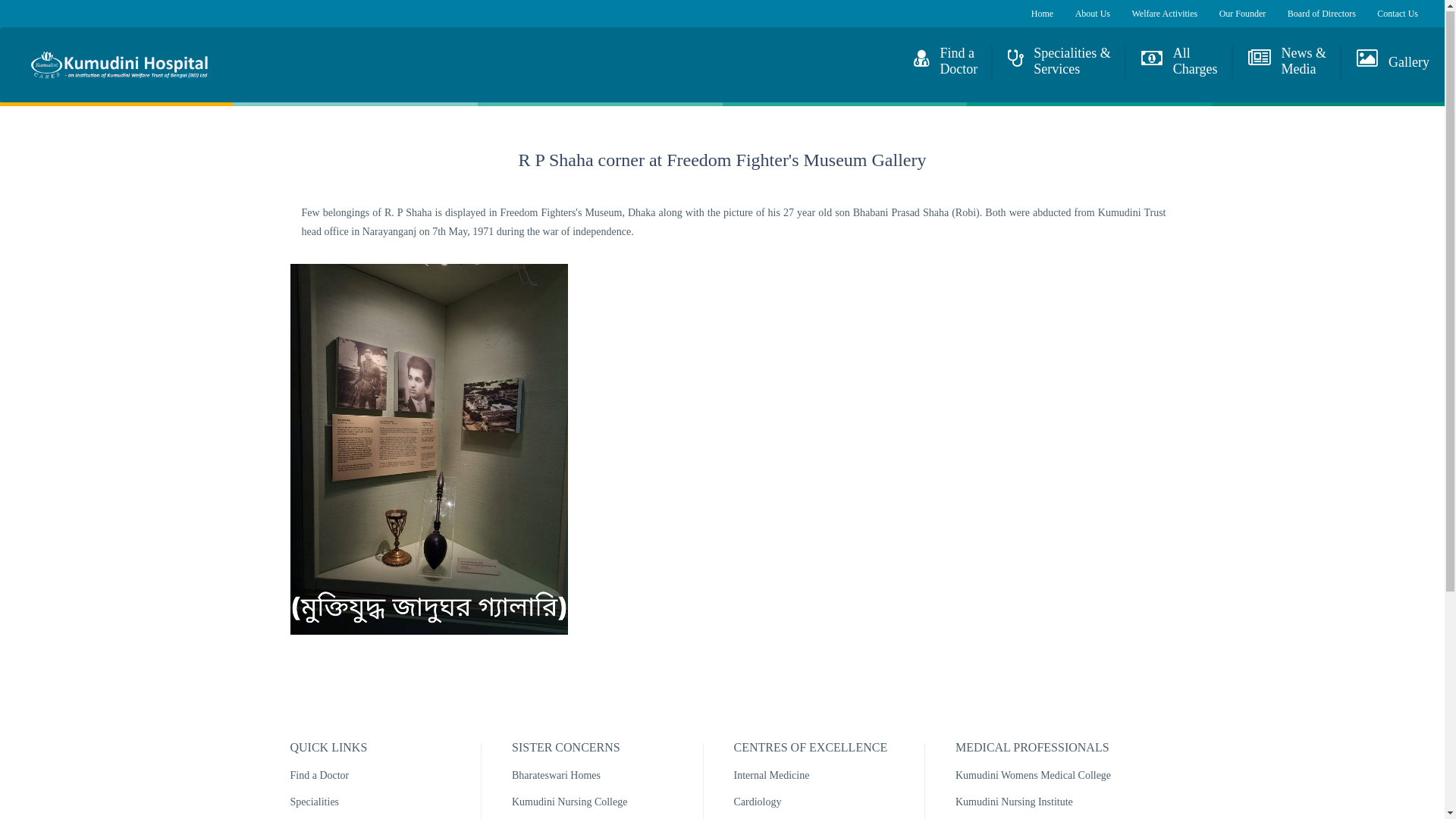 Image resolution: width=1456 pixels, height=819 pixels. Describe the element at coordinates (1233, 62) in the screenshot. I see `'News &` at that location.